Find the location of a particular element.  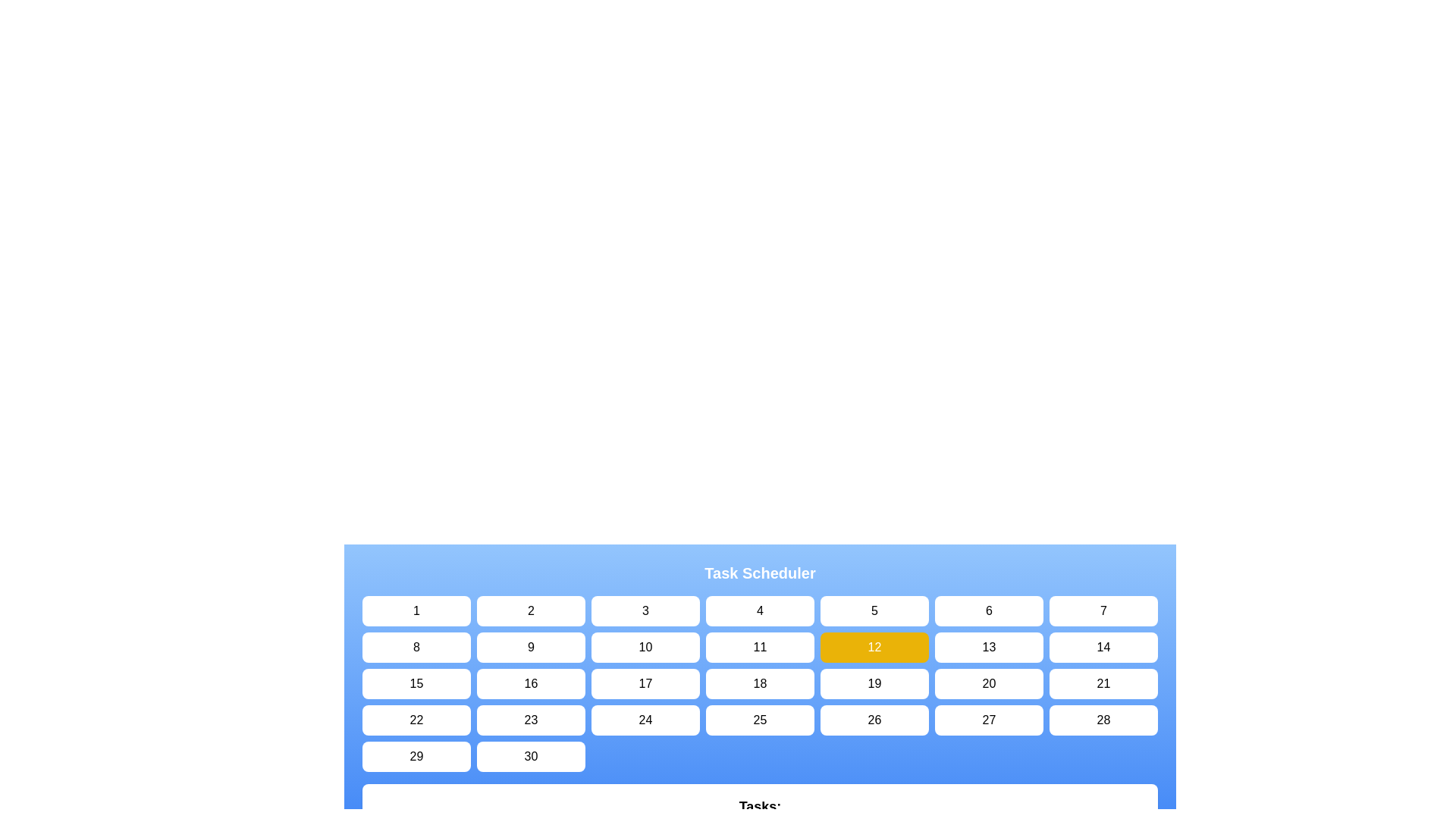

the button labeled '17' which has rounded edges, a white background, and black text is located at coordinates (645, 684).